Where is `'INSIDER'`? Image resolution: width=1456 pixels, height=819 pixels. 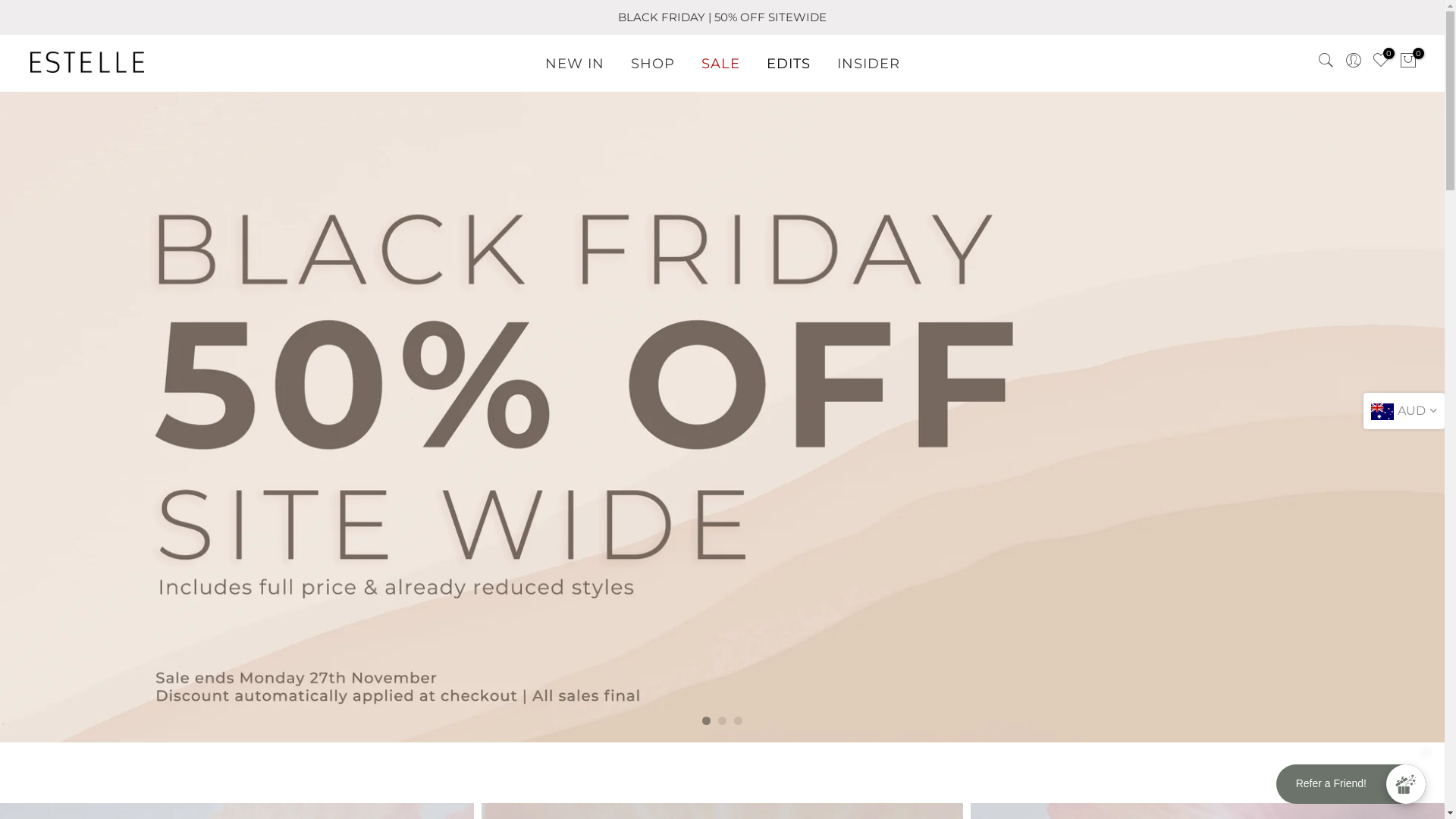 'INSIDER' is located at coordinates (868, 62).